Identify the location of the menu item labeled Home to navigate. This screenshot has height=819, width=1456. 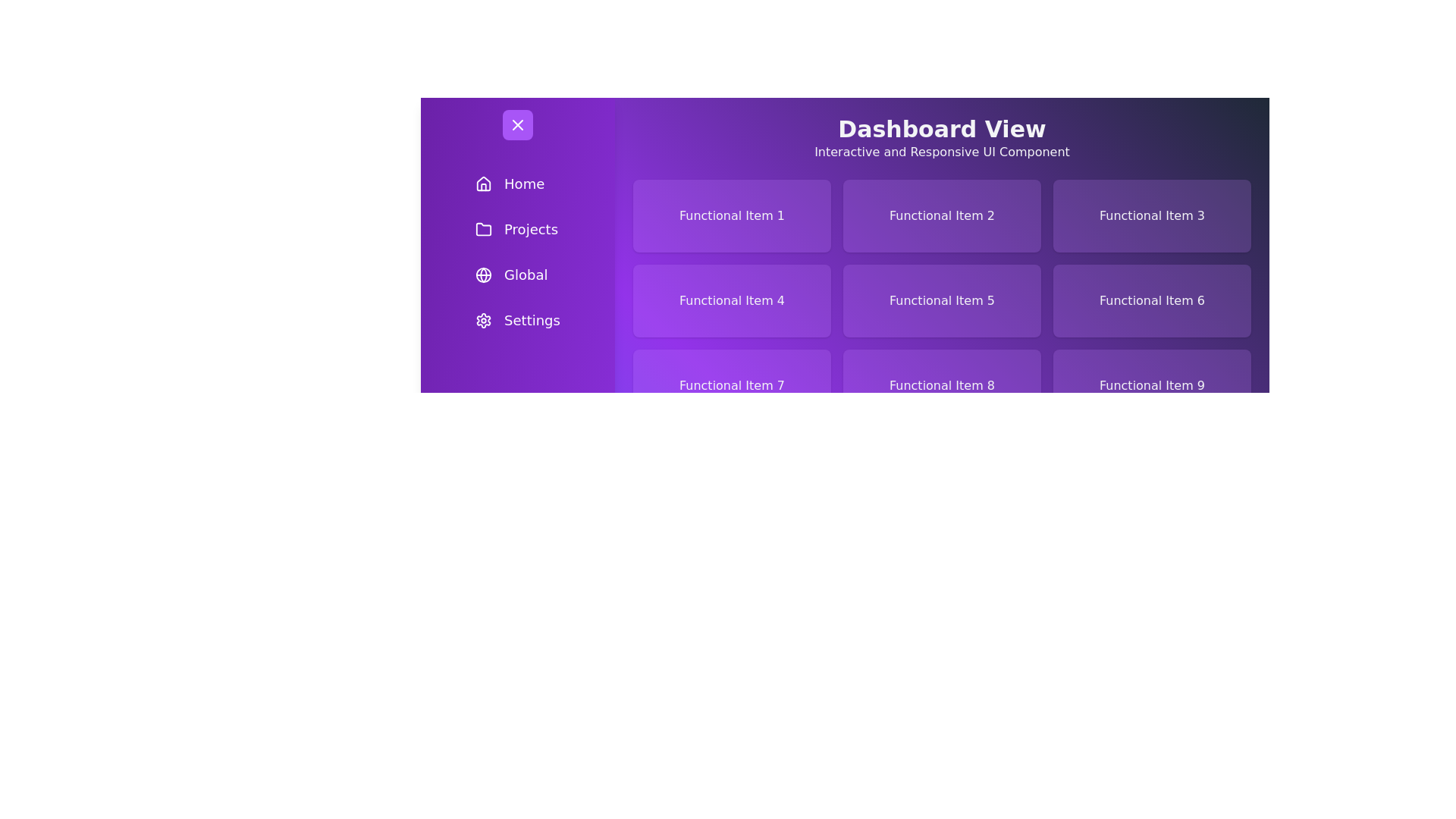
(517, 184).